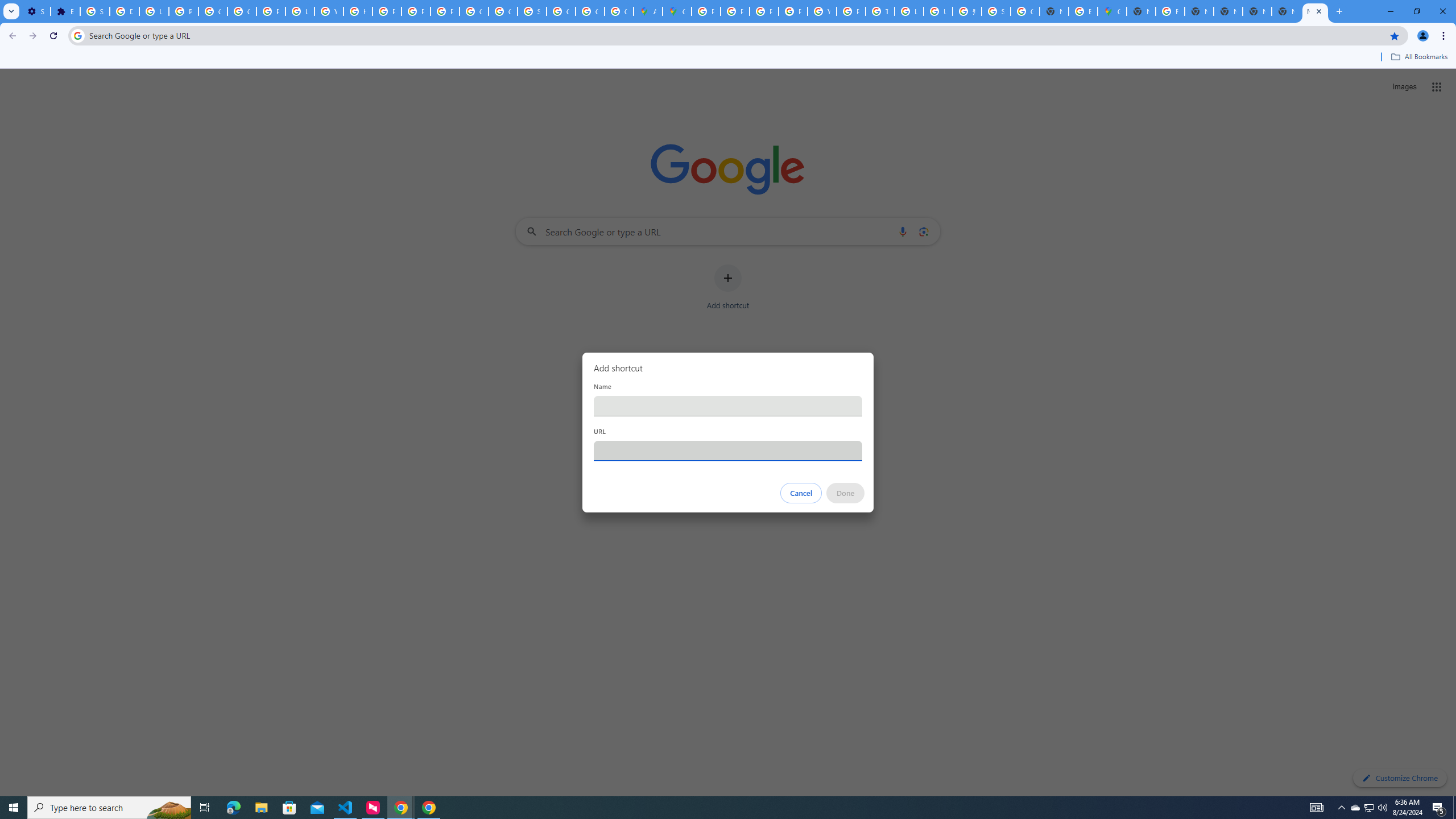 The width and height of the screenshot is (1456, 819). I want to click on 'New Tab', so click(1286, 11).